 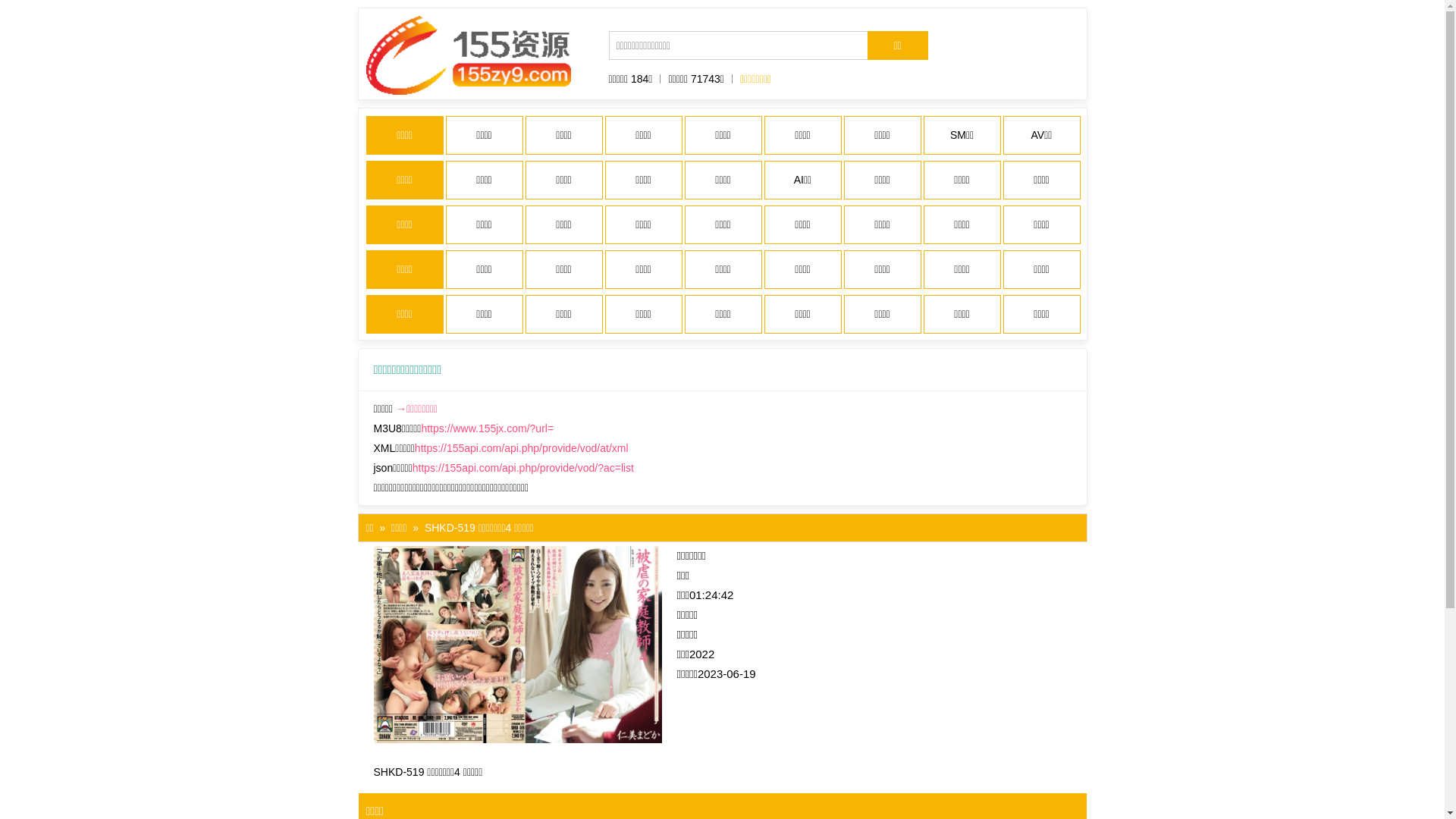 What do you see at coordinates (521, 447) in the screenshot?
I see `'https://155api.com/api.php/provide/vod/at/xml'` at bounding box center [521, 447].